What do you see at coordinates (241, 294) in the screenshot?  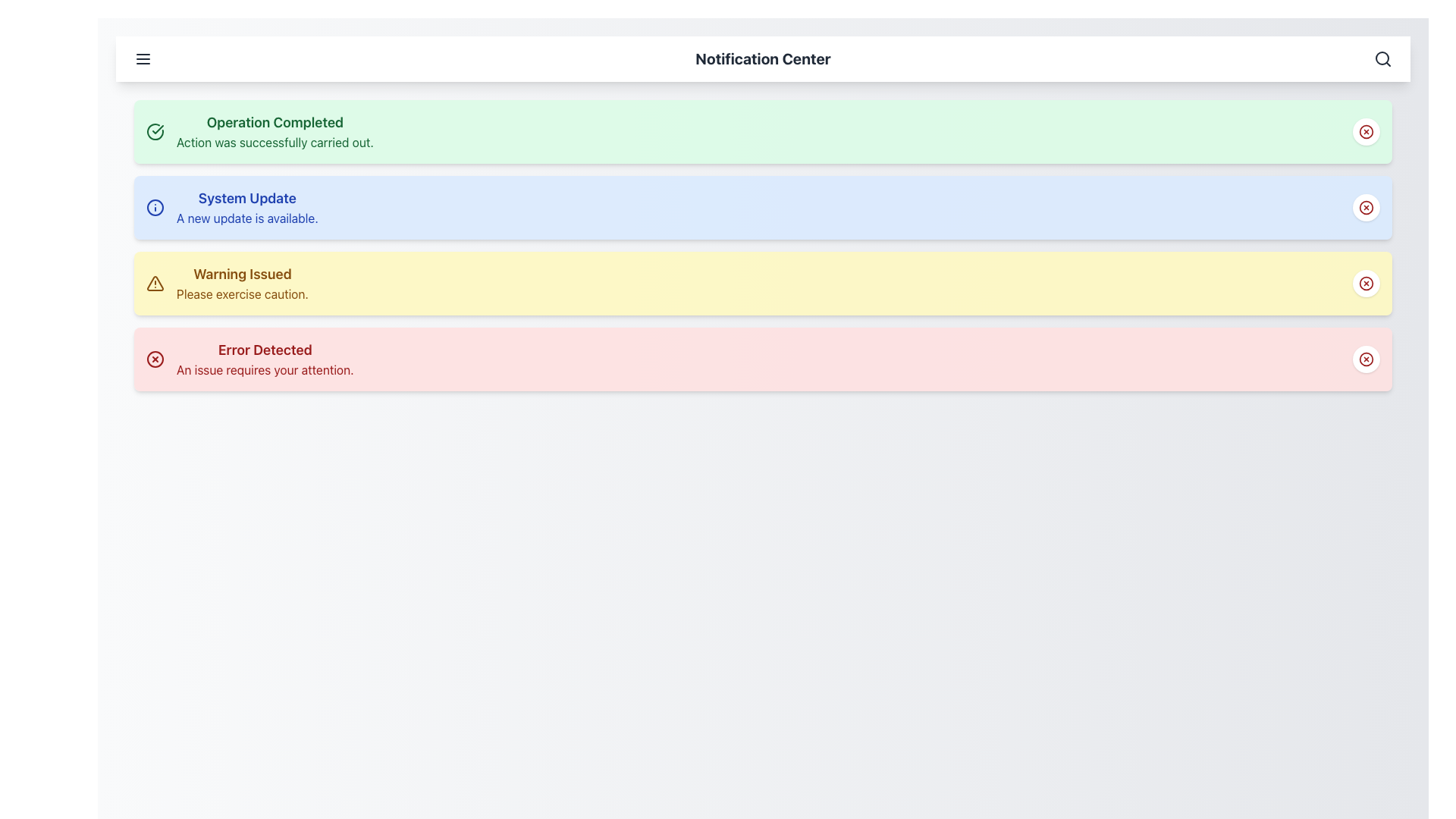 I see `text 'Please exercise caution.' located in the yellow notification box under the header 'Warning Issued'` at bounding box center [241, 294].